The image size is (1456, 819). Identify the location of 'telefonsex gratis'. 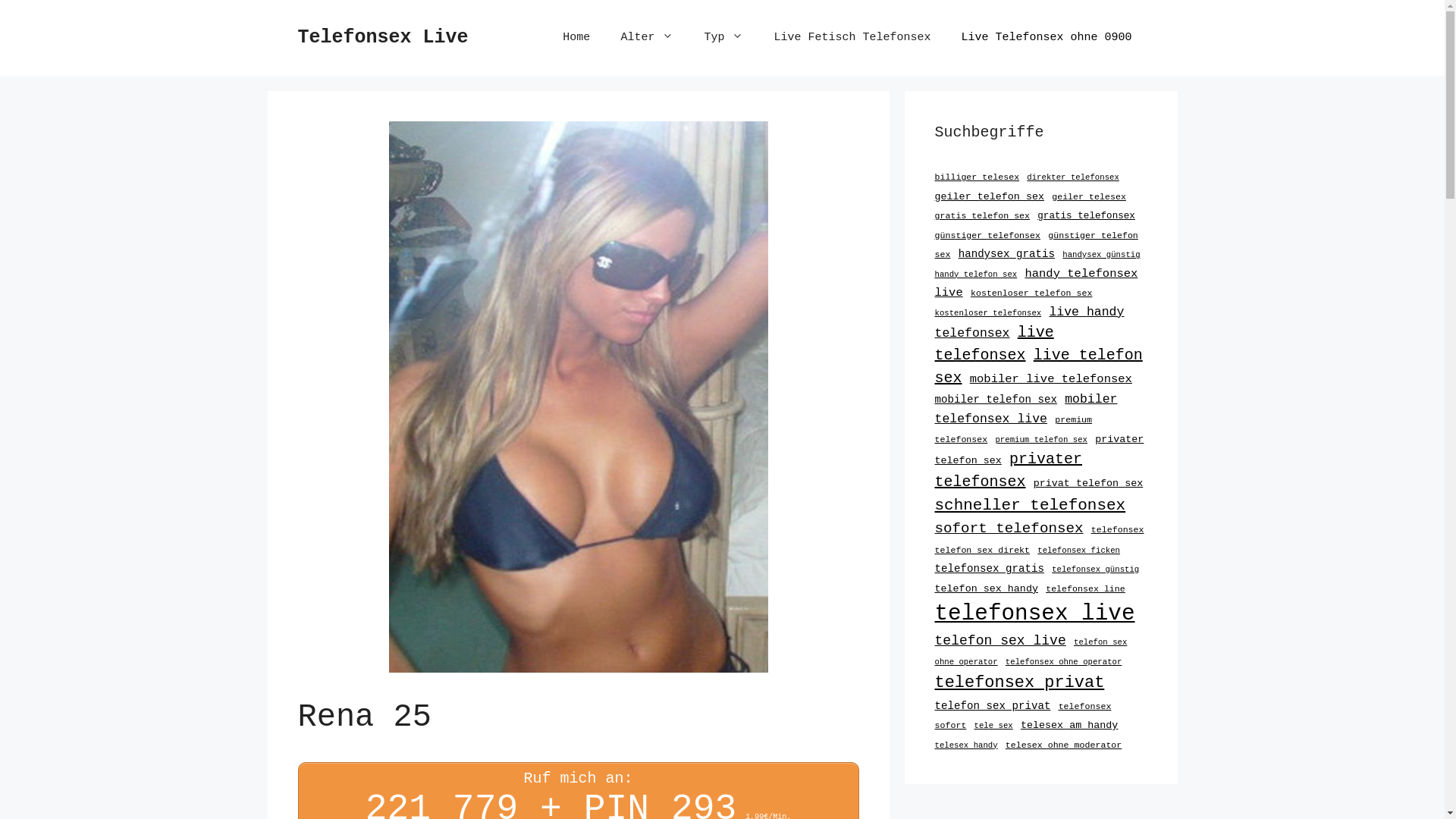
(989, 568).